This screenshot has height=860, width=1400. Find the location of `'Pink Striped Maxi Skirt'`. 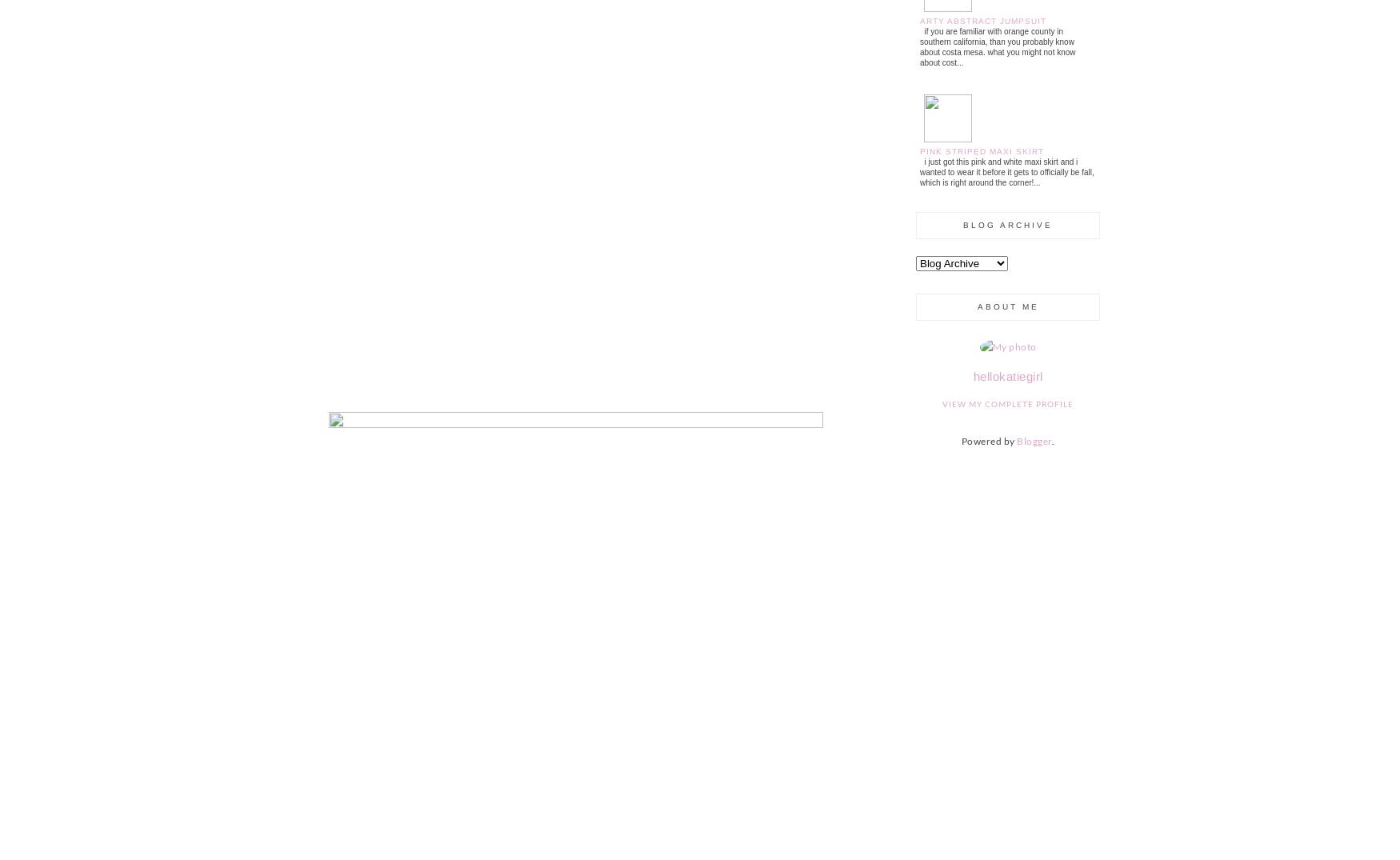

'Pink Striped Maxi Skirt' is located at coordinates (982, 150).